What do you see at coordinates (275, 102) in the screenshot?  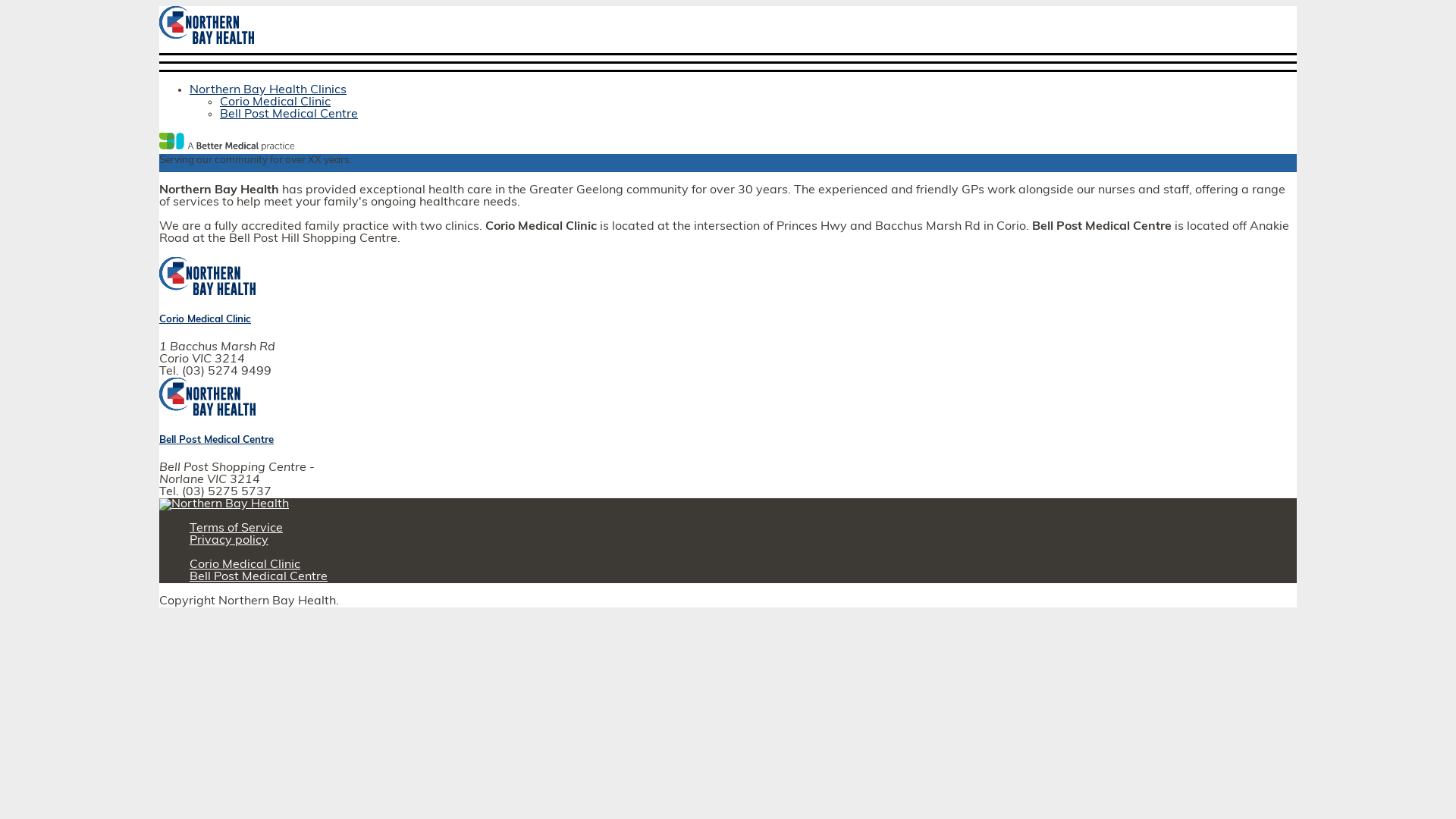 I see `'Corio Medical Clinic'` at bounding box center [275, 102].